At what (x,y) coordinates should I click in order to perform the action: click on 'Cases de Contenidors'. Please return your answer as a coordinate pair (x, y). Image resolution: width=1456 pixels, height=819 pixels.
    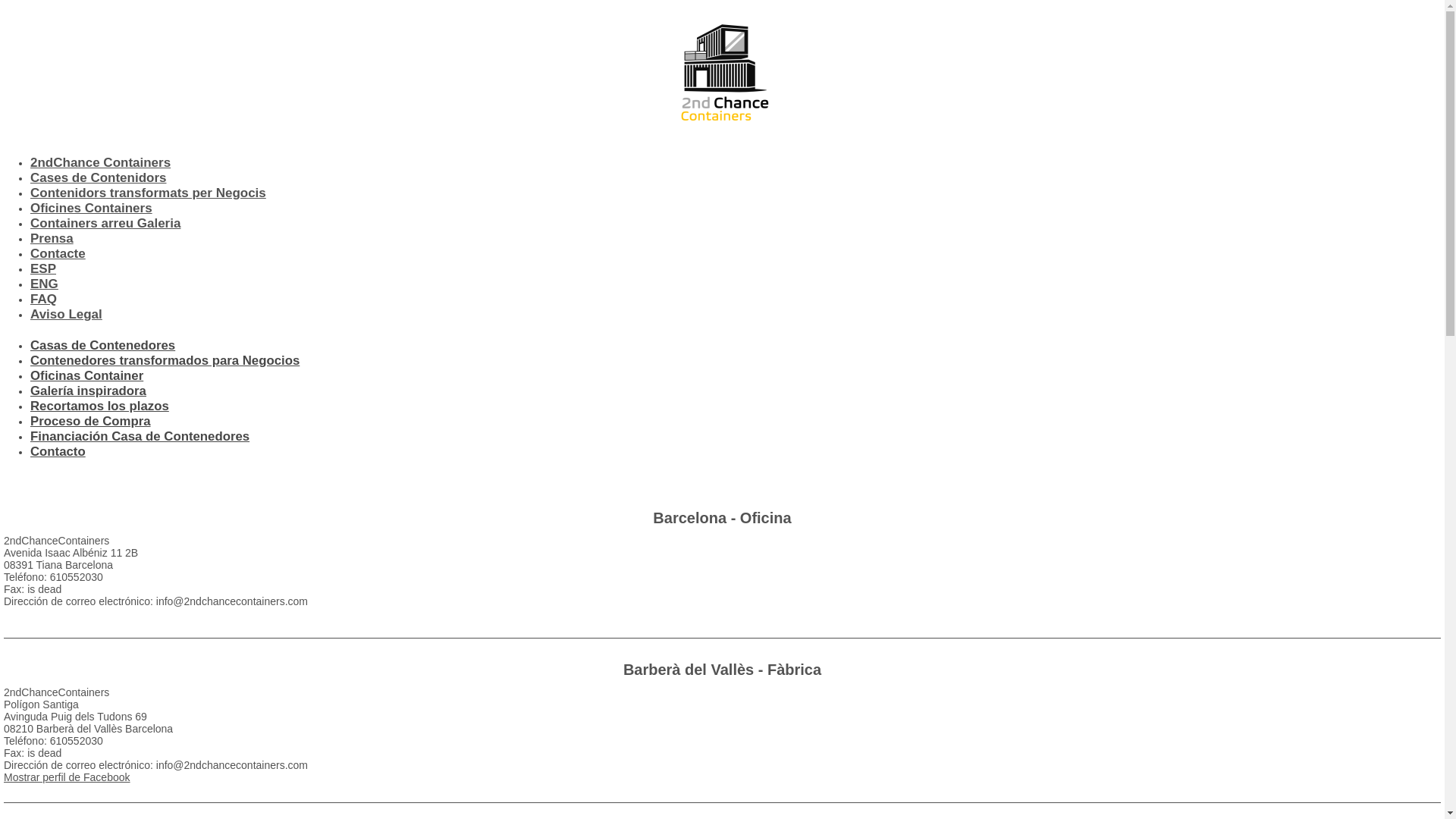
    Looking at the image, I should click on (97, 177).